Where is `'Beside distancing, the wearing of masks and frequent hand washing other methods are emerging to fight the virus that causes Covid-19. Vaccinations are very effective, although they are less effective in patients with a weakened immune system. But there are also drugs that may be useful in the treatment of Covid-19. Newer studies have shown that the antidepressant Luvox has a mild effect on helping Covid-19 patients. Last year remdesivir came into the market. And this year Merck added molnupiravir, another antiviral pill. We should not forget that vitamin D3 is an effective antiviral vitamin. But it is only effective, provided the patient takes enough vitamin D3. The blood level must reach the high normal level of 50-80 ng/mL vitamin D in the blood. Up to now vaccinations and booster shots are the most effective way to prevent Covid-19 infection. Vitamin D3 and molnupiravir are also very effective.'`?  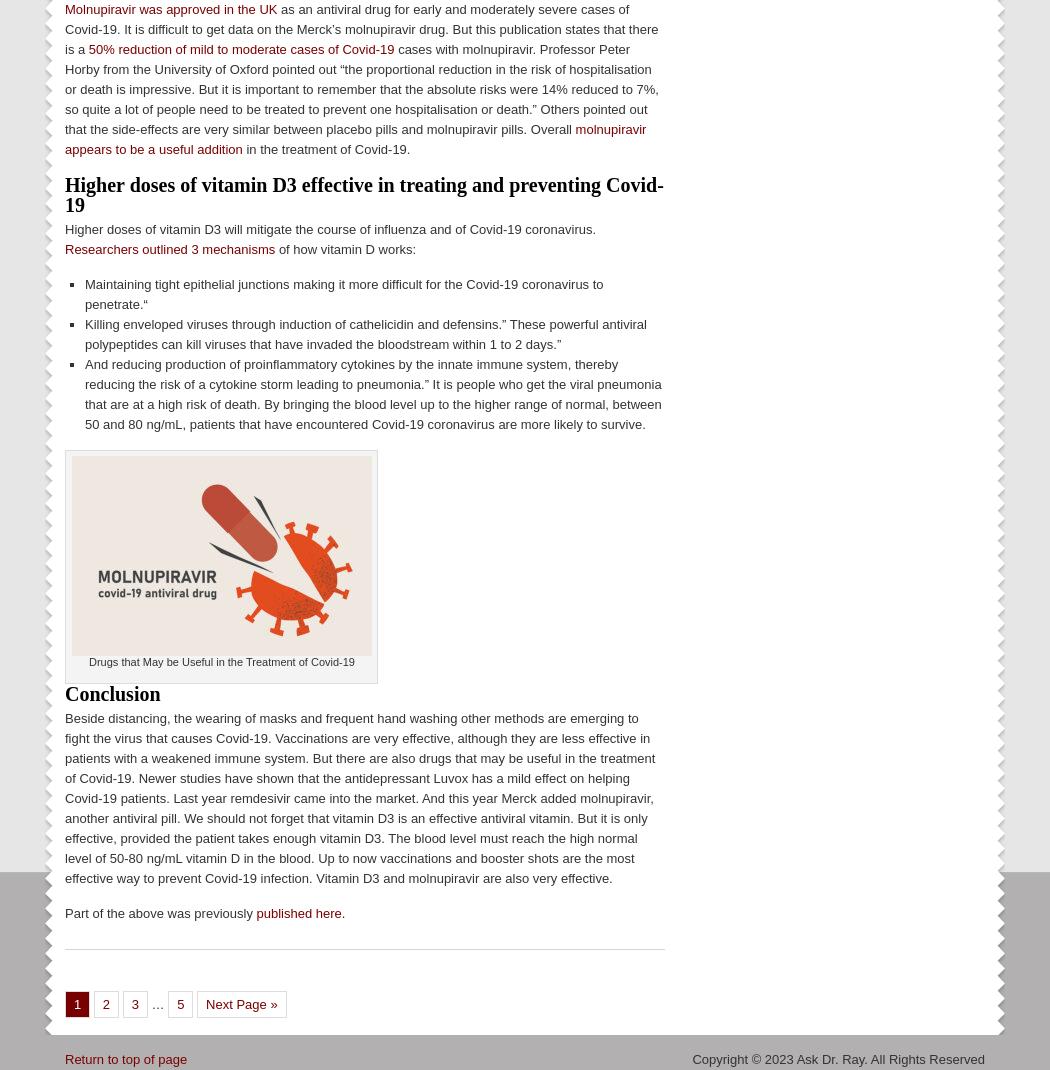 'Beside distancing, the wearing of masks and frequent hand washing other methods are emerging to fight the virus that causes Covid-19. Vaccinations are very effective, although they are less effective in patients with a weakened immune system. But there are also drugs that may be useful in the treatment of Covid-19. Newer studies have shown that the antidepressant Luvox has a mild effect on helping Covid-19 patients. Last year remdesivir came into the market. And this year Merck added molnupiravir, another antiviral pill. We should not forget that vitamin D3 is an effective antiviral vitamin. But it is only effective, provided the patient takes enough vitamin D3. The blood level must reach the high normal level of 50-80 ng/mL vitamin D in the blood. Up to now vaccinations and booster shots are the most effective way to prevent Covid-19 infection. Vitamin D3 and molnupiravir are also very effective.' is located at coordinates (359, 796).